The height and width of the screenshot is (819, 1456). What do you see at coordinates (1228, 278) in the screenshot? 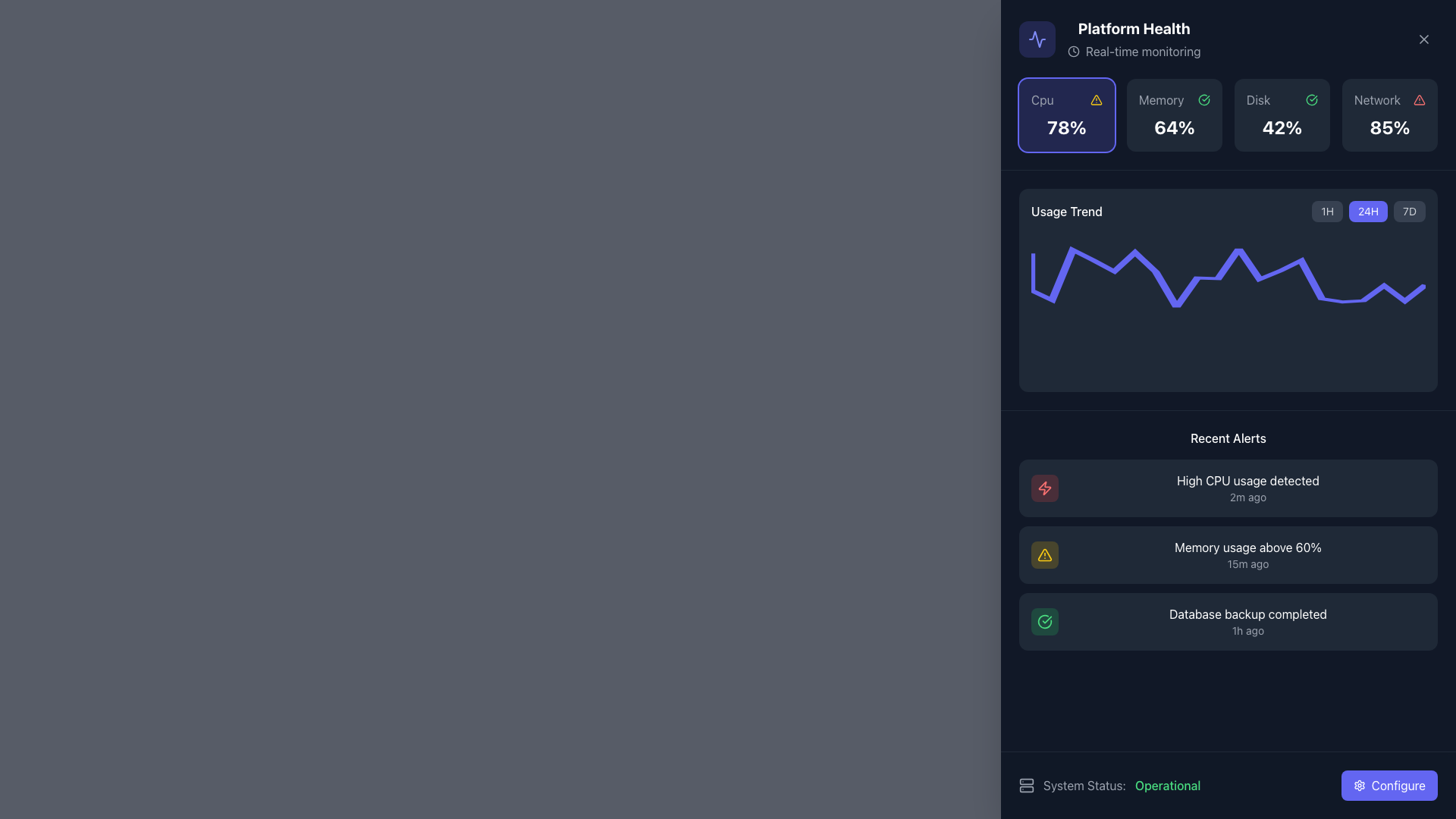
I see `the purple polyline graphical representation within the 'Usage Trend' section of the chart` at bounding box center [1228, 278].